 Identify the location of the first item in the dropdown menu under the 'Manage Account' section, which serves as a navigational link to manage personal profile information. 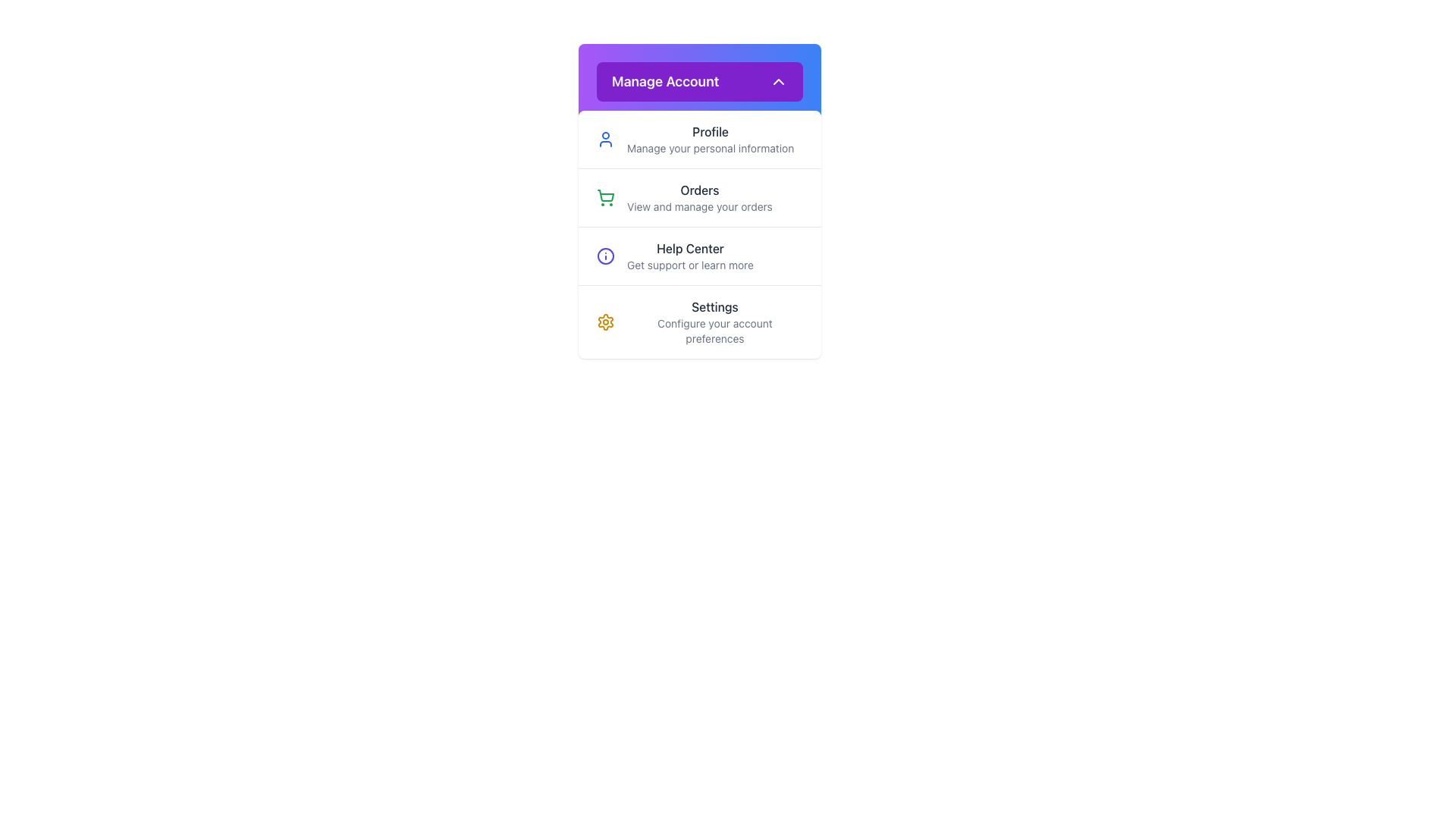
(698, 140).